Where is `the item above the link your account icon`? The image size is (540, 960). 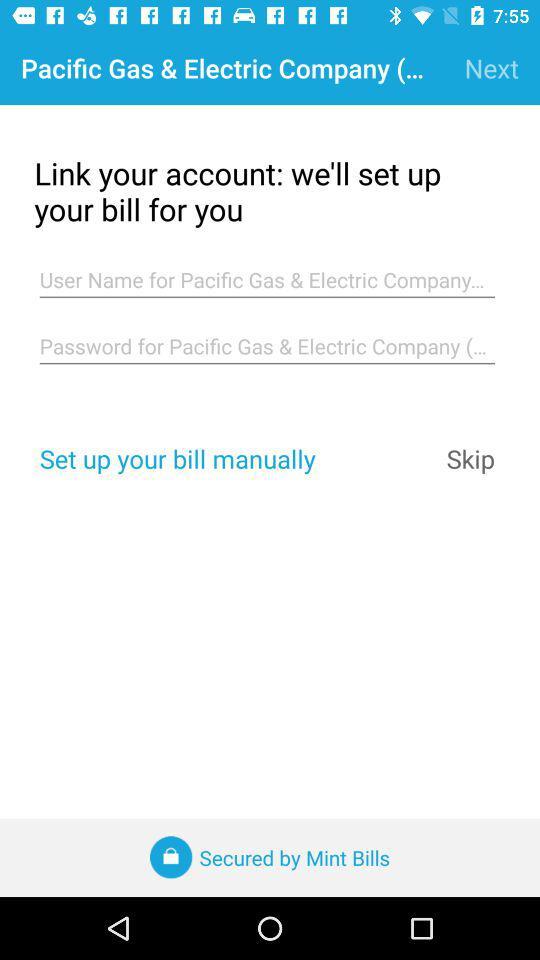 the item above the link your account icon is located at coordinates (490, 68).